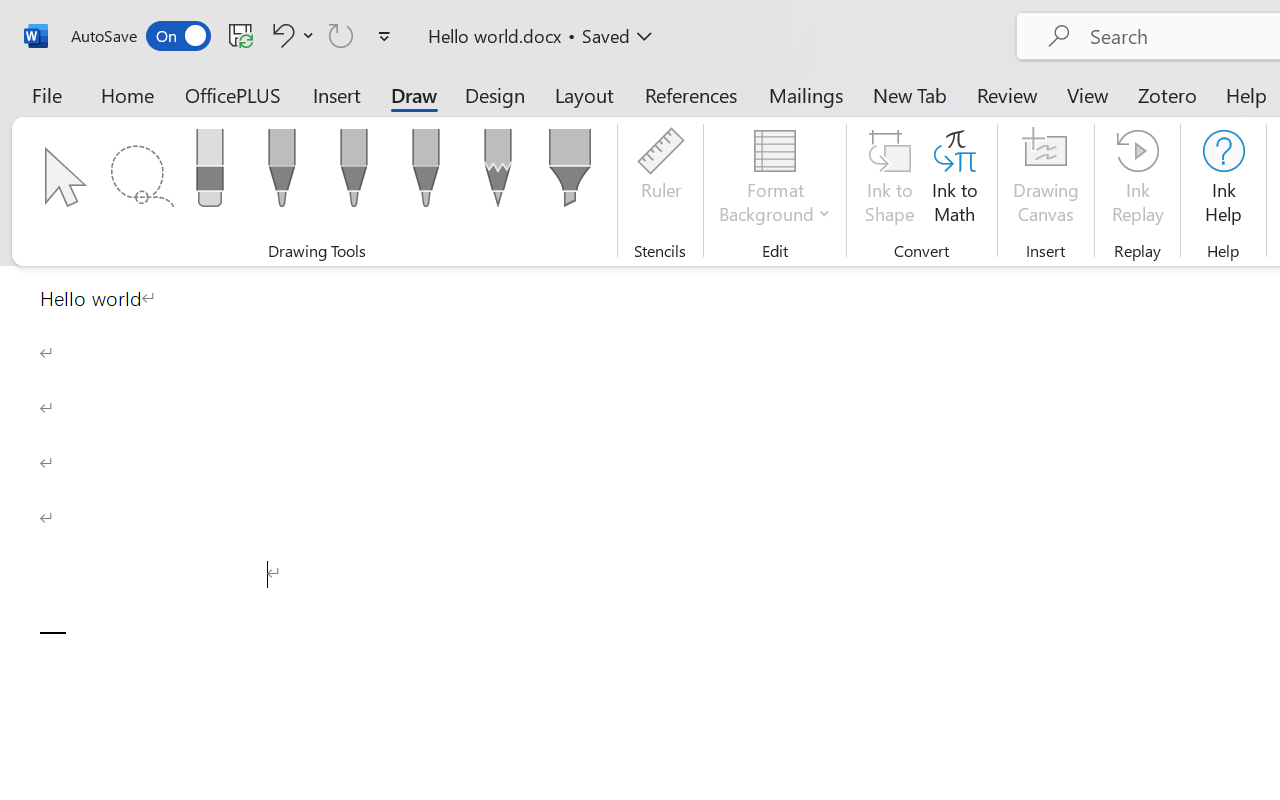 The height and width of the screenshot is (800, 1280). Describe the element at coordinates (806, 94) in the screenshot. I see `'Mailings'` at that location.